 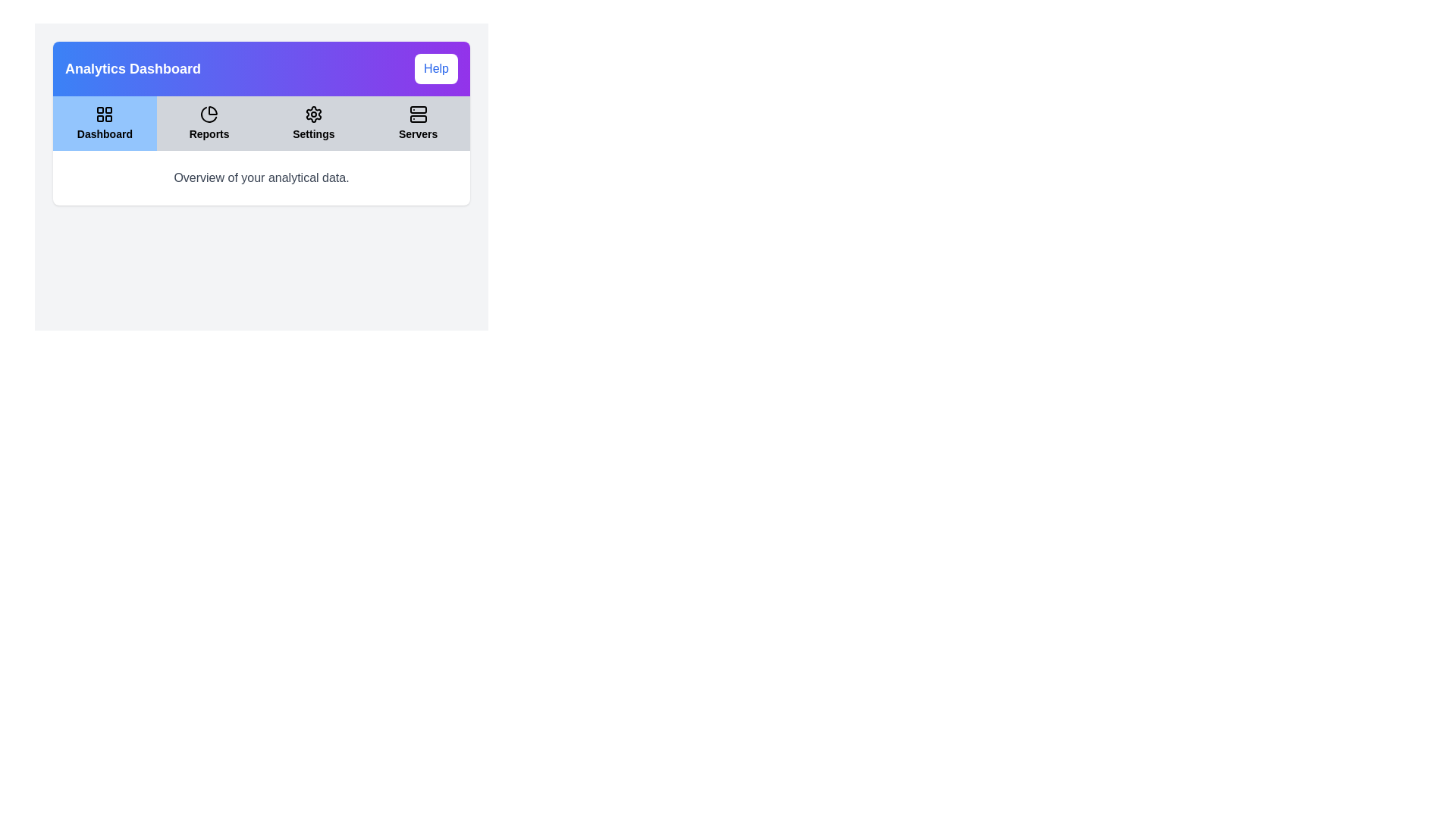 What do you see at coordinates (104, 122) in the screenshot?
I see `the navigational button for the Dashboard section, located at the first position in the horizontal menu bar to activate hover effects` at bounding box center [104, 122].